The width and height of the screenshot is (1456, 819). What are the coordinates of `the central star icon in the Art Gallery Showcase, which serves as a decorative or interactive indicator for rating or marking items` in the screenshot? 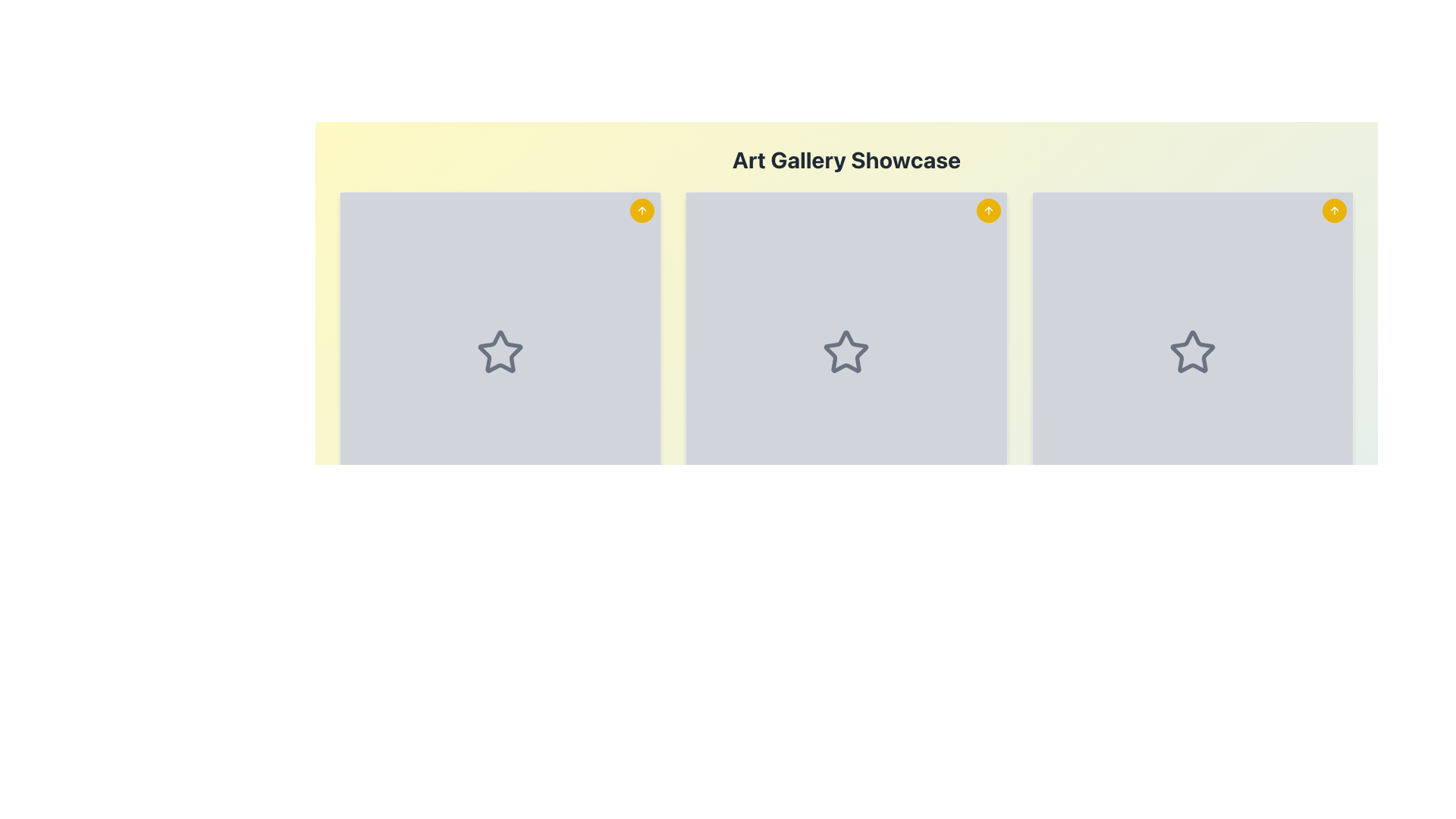 It's located at (846, 350).